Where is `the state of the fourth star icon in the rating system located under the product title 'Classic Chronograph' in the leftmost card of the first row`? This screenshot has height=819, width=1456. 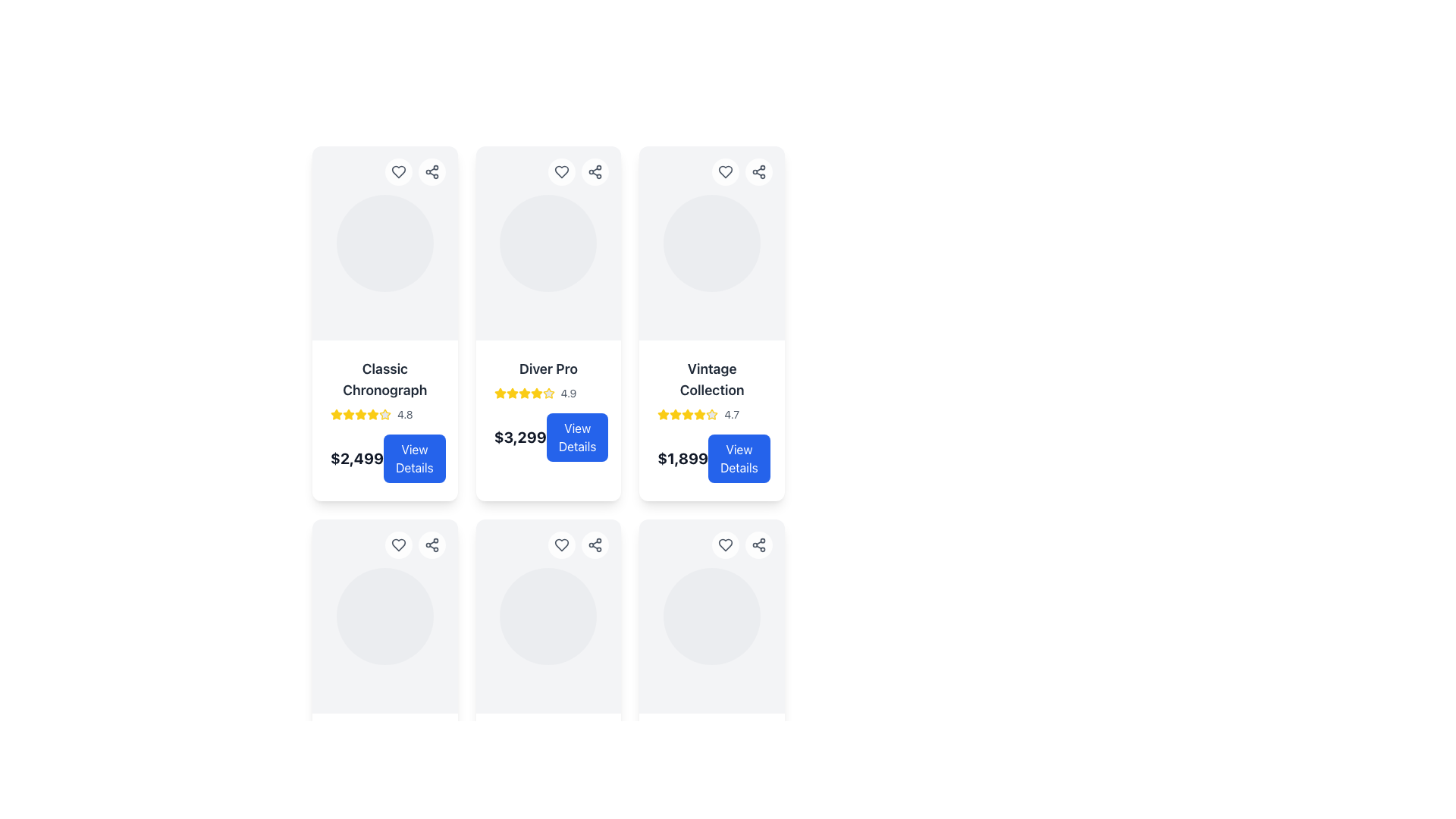
the state of the fourth star icon in the rating system located under the product title 'Classic Chronograph' in the leftmost card of the first row is located at coordinates (359, 414).